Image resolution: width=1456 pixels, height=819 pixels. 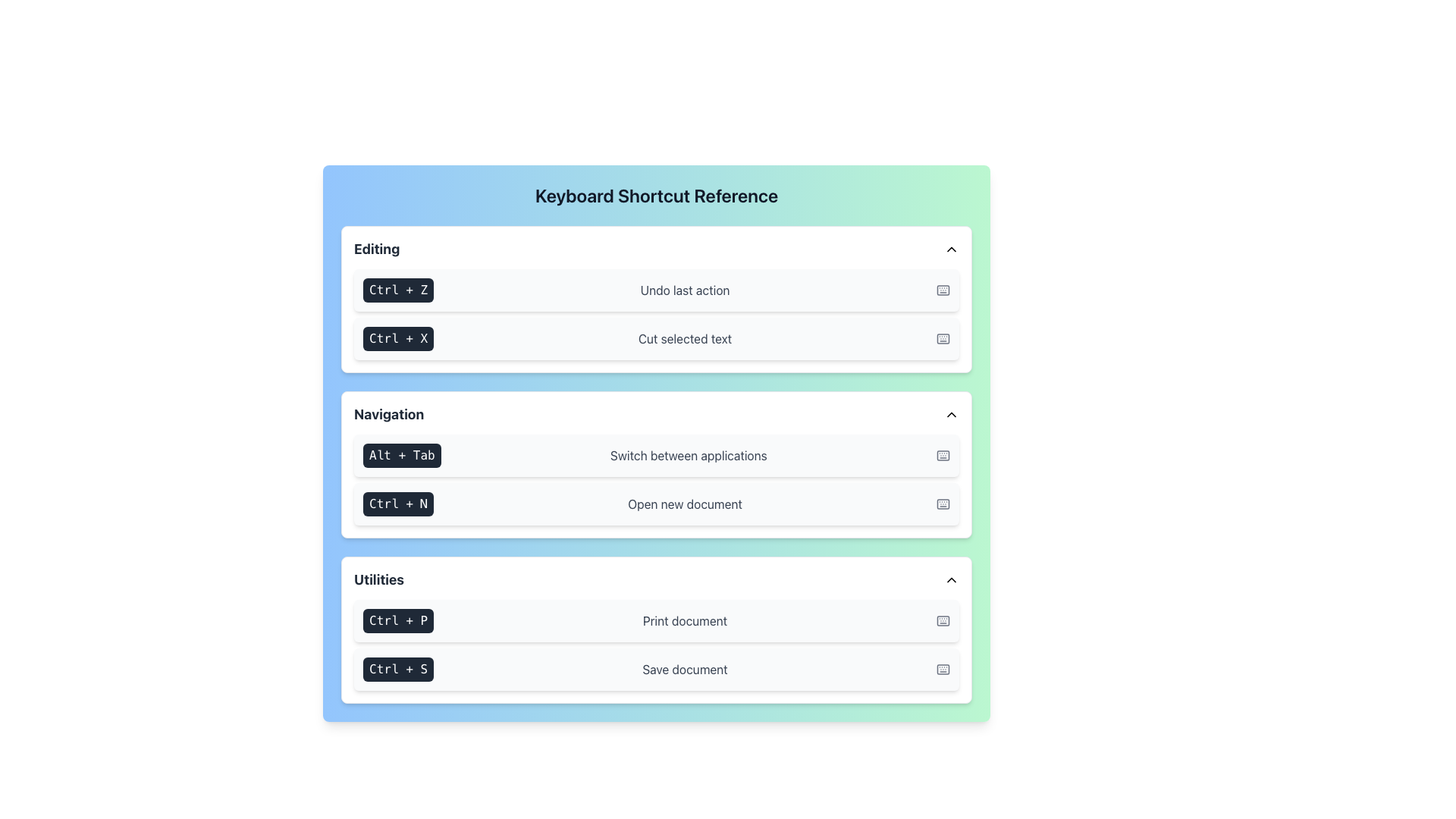 What do you see at coordinates (950, 248) in the screenshot?
I see `the upward-pointing icon located at the top-right corner of the 'Editing' section header` at bounding box center [950, 248].